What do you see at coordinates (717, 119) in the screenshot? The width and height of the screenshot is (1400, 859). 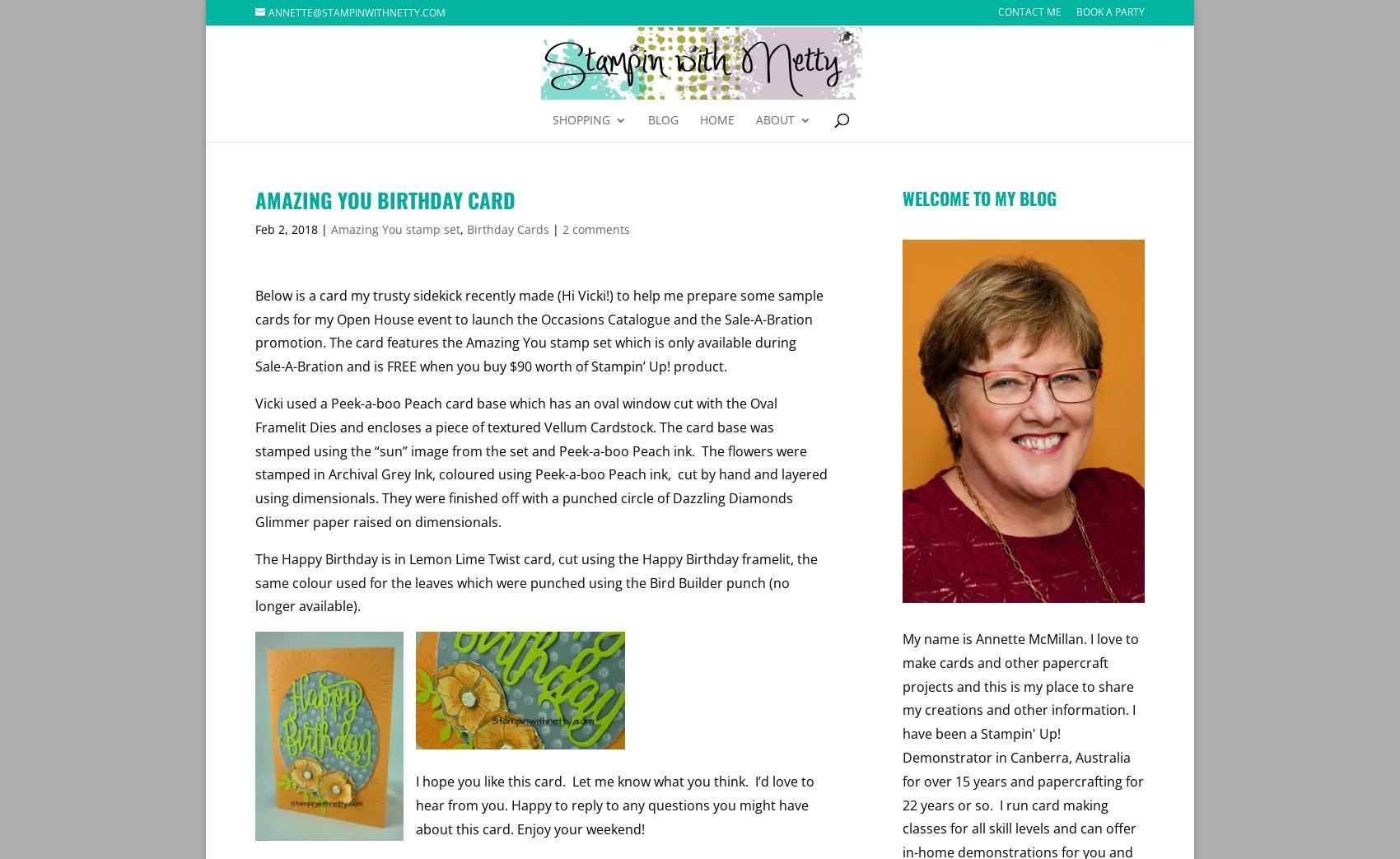 I see `'Home'` at bounding box center [717, 119].